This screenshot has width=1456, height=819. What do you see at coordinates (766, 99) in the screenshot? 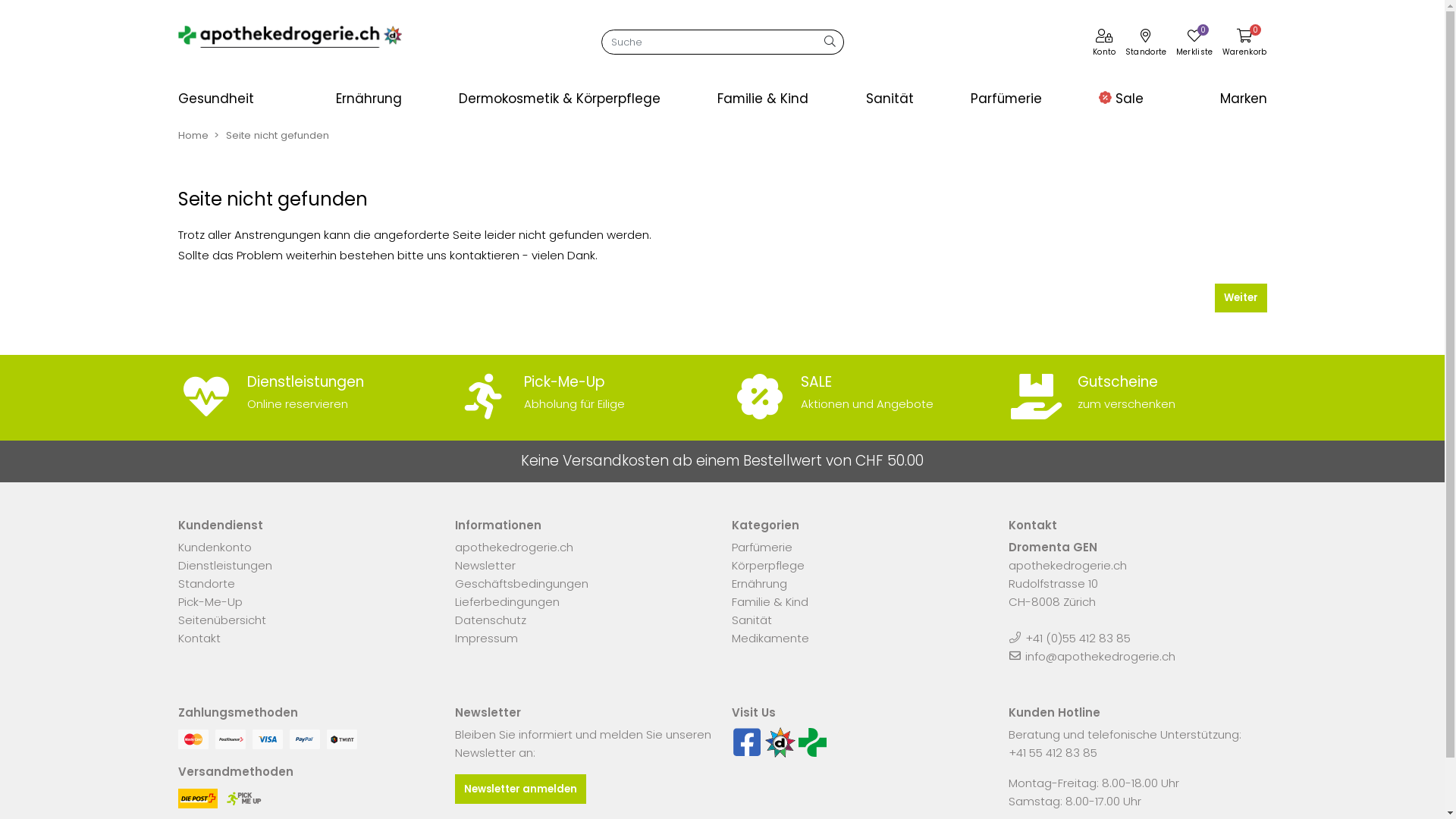
I see `'Familie & Kind'` at bounding box center [766, 99].